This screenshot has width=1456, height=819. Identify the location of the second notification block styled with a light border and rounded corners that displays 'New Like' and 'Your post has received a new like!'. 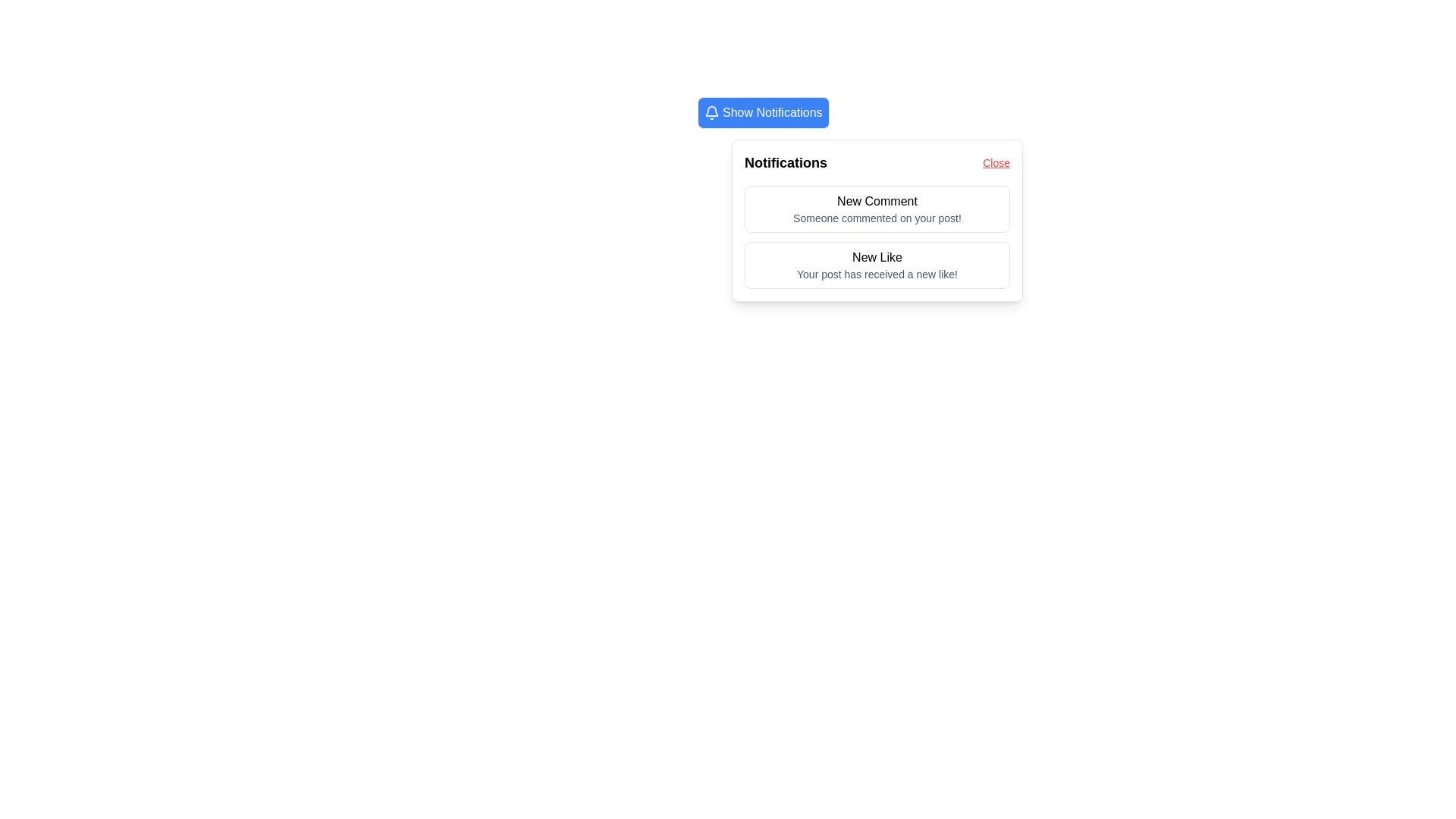
(877, 265).